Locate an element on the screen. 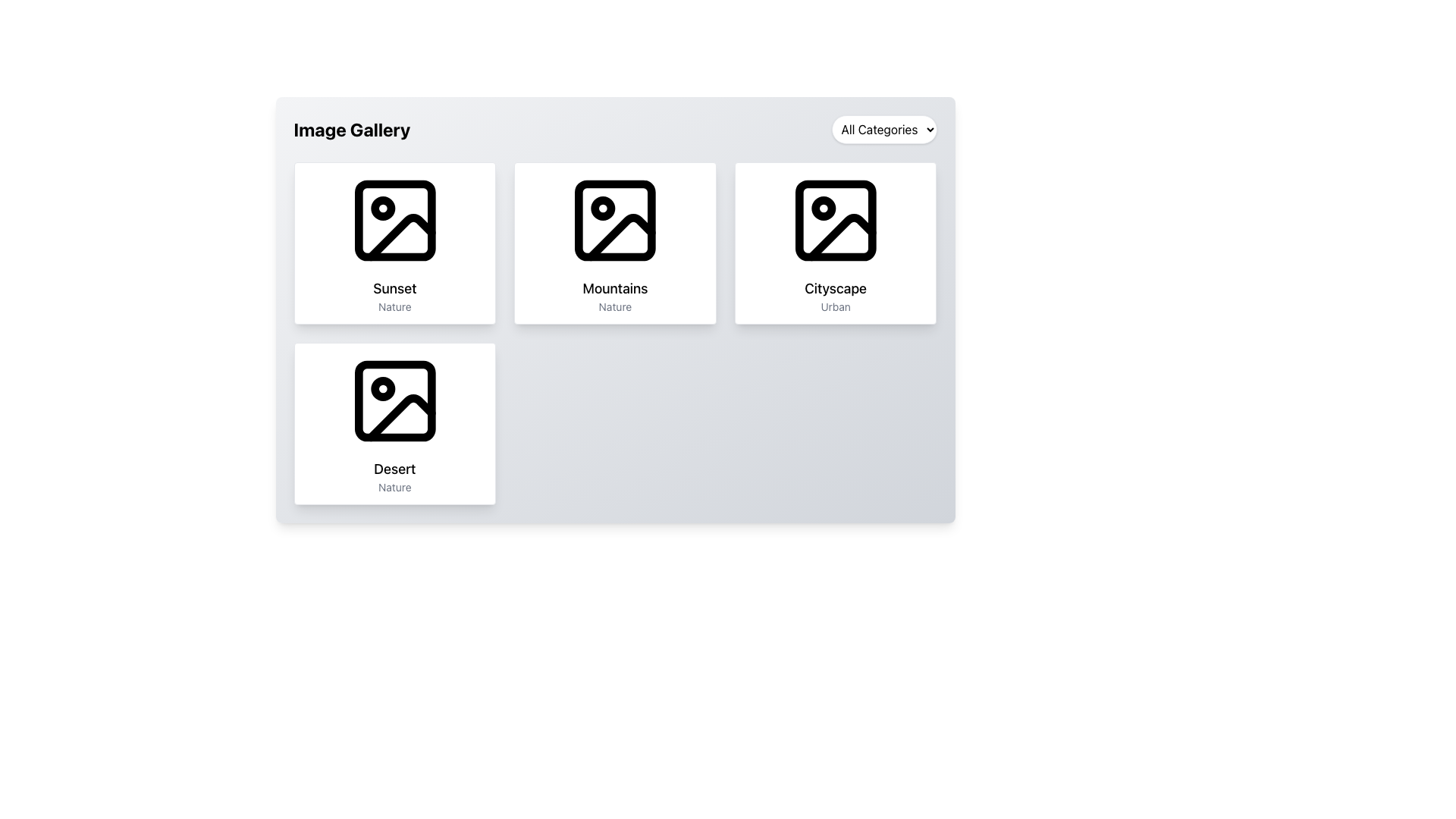  the wireframe image icon located in the card labeled 'Sunset' with the subtitle 'Nature' is located at coordinates (394, 220).